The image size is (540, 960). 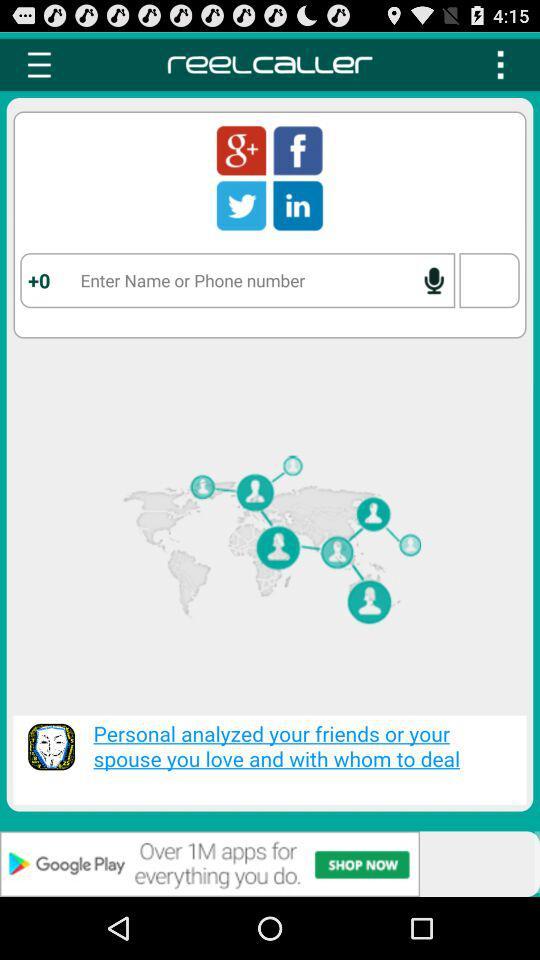 I want to click on linkedin, so click(x=297, y=205).